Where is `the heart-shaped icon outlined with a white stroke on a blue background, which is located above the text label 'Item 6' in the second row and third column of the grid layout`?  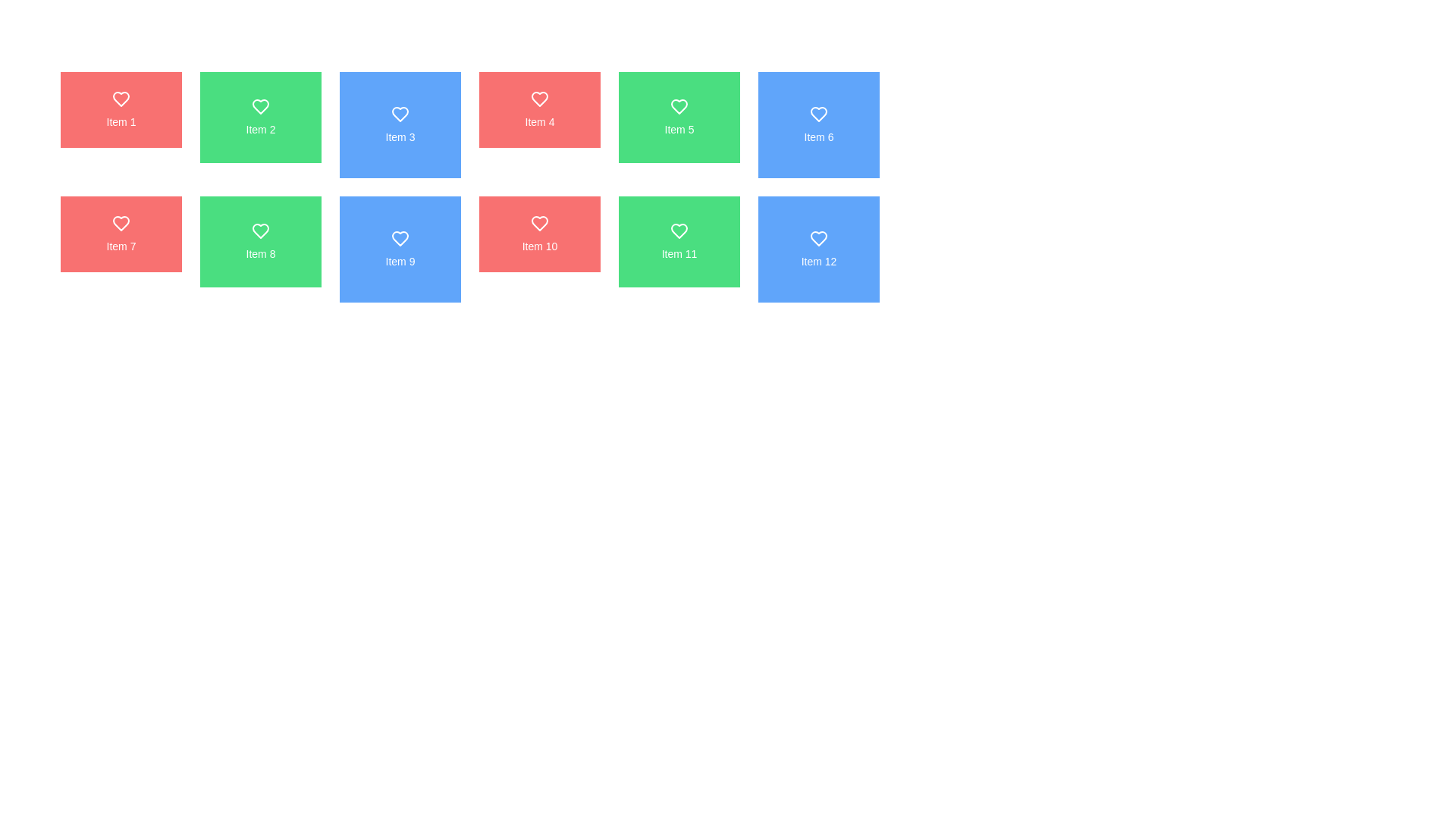 the heart-shaped icon outlined with a white stroke on a blue background, which is located above the text label 'Item 6' in the second row and third column of the grid layout is located at coordinates (818, 113).